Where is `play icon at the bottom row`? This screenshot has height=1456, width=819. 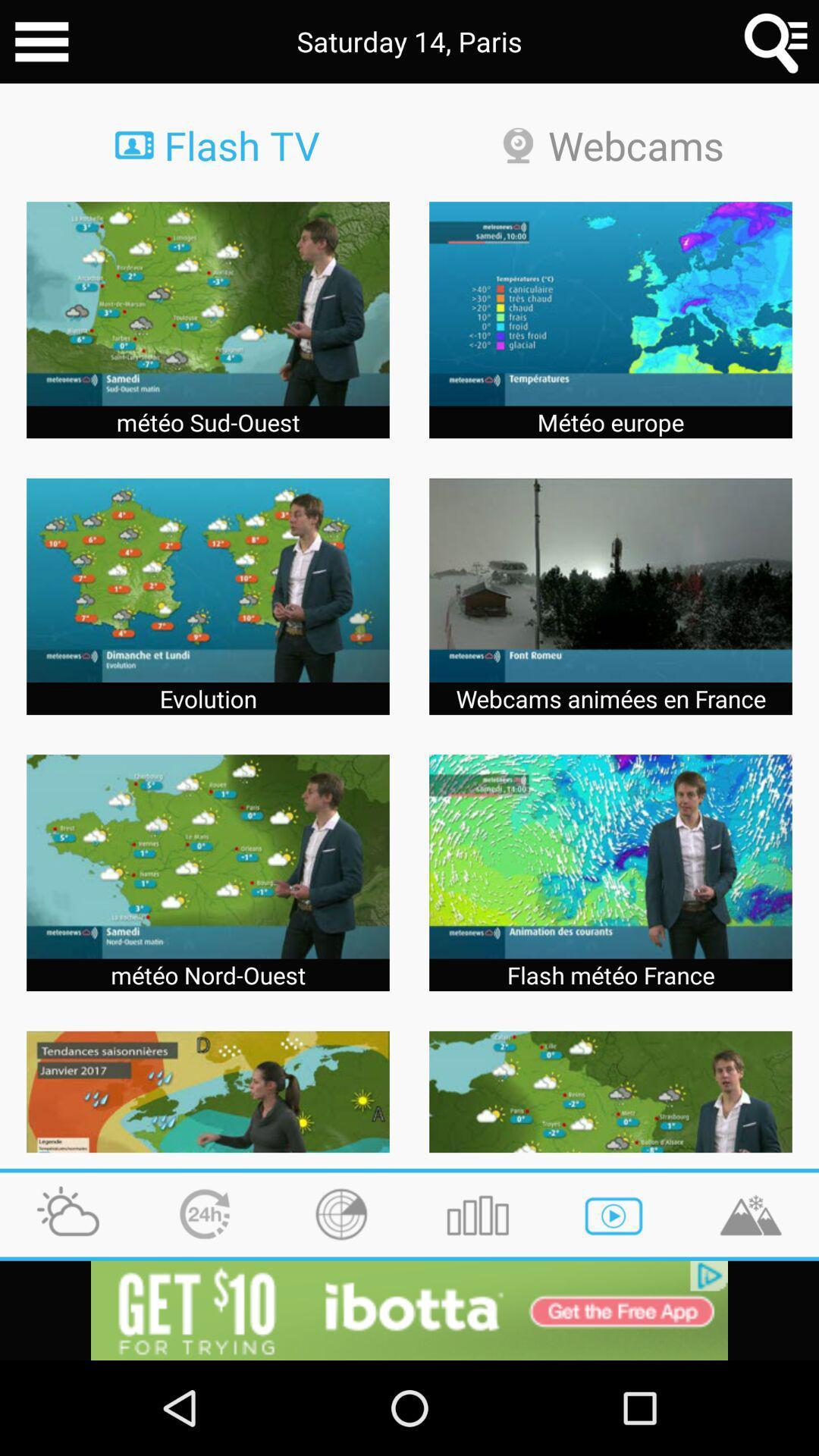
play icon at the bottom row is located at coordinates (614, 1215).